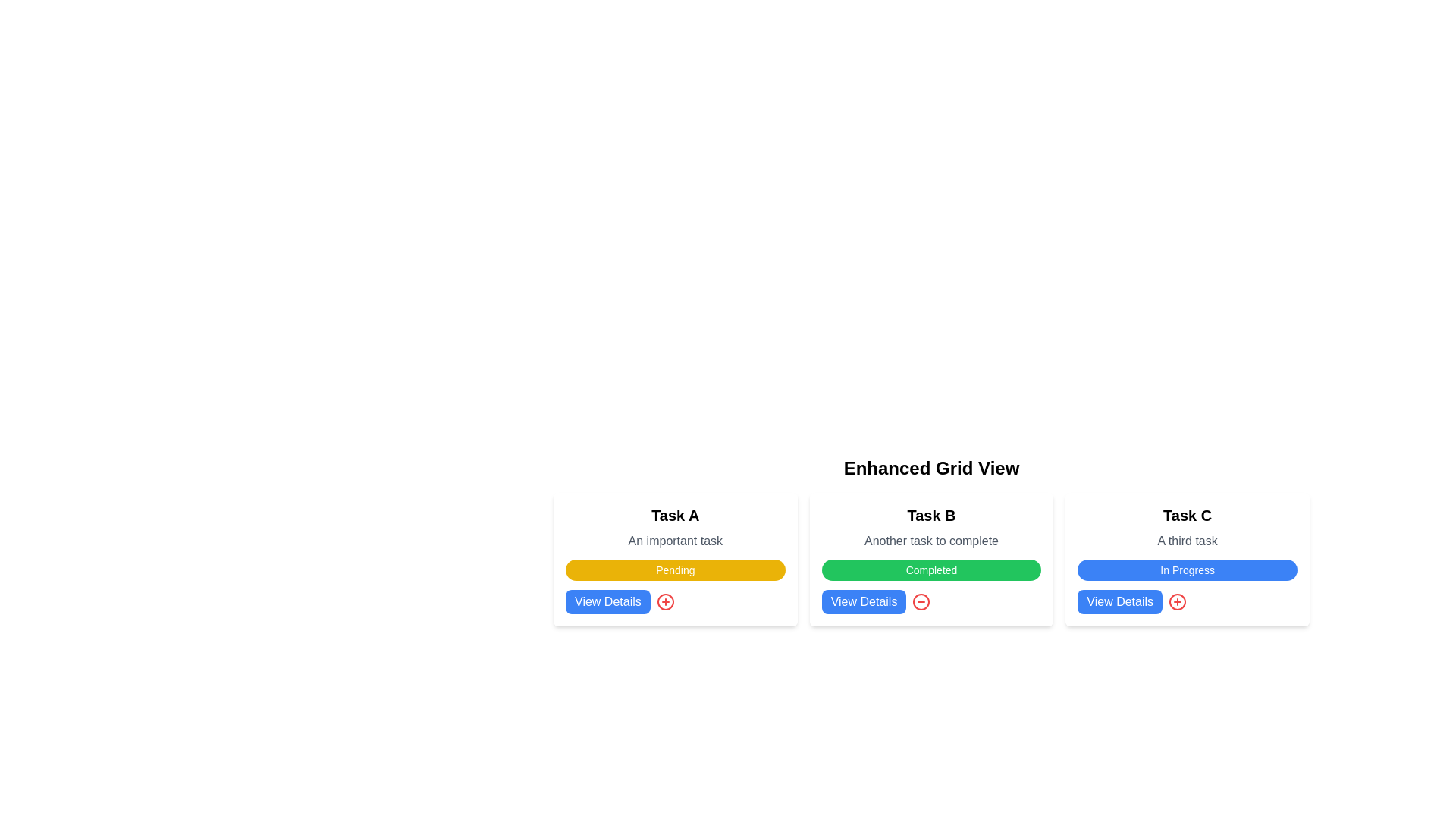 The image size is (1456, 819). Describe the element at coordinates (930, 540) in the screenshot. I see `the text label displaying 'Another task to complete', which is styled in a smaller gray font and located below the title 'Task B'` at that location.